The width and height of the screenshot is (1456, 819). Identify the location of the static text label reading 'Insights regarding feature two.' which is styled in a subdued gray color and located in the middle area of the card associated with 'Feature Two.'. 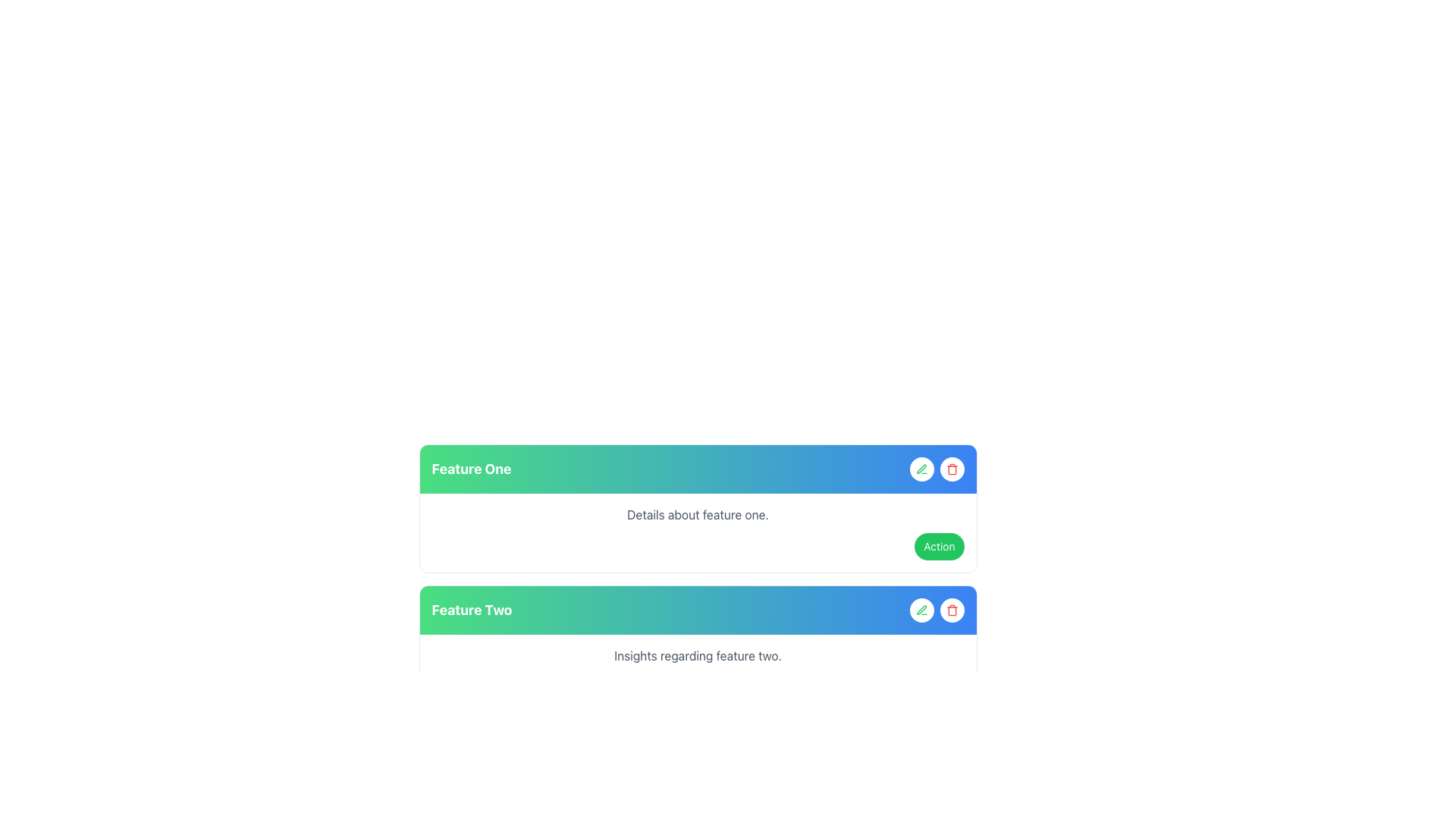
(697, 654).